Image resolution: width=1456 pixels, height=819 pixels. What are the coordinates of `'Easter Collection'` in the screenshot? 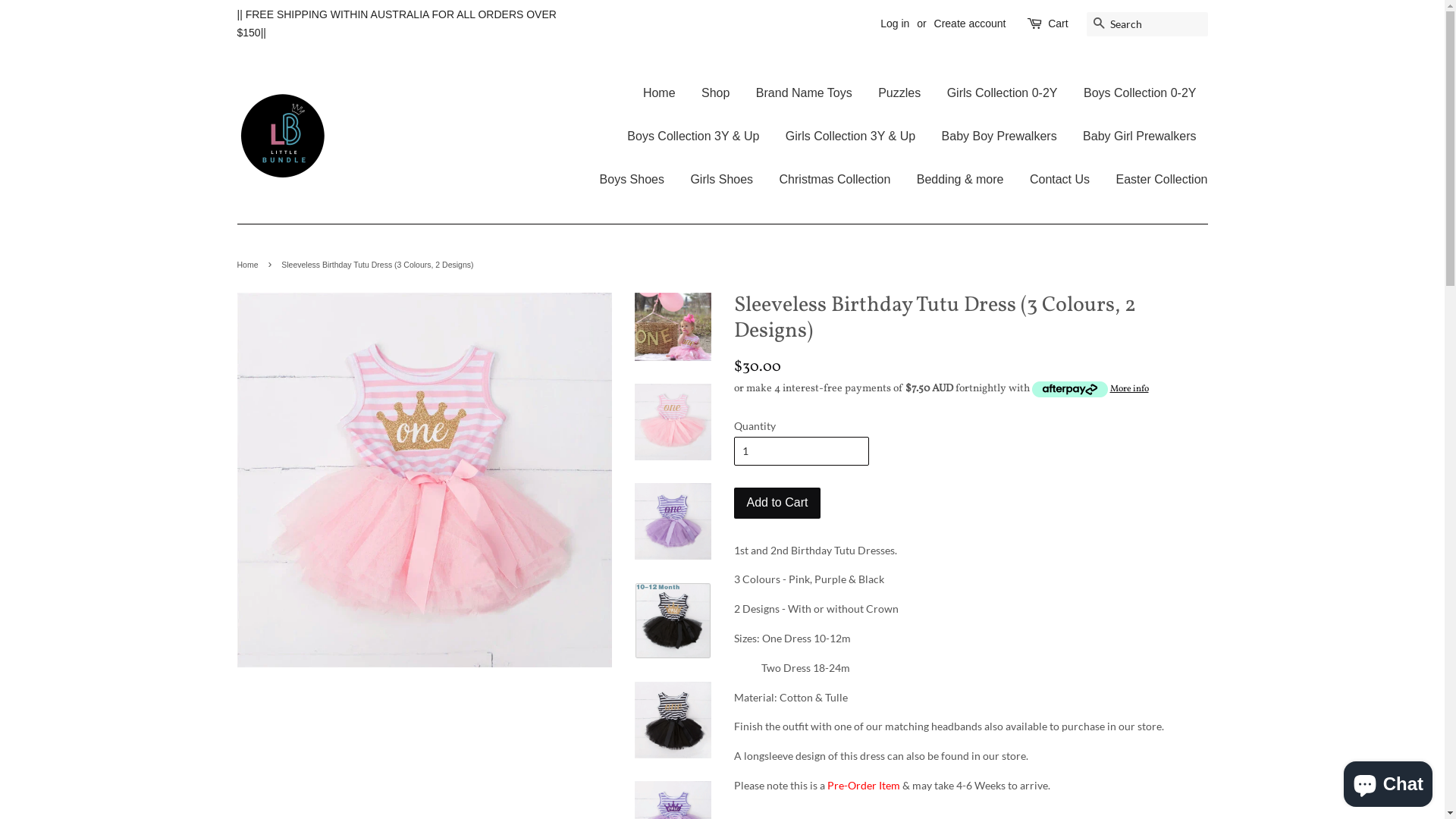 It's located at (1156, 178).